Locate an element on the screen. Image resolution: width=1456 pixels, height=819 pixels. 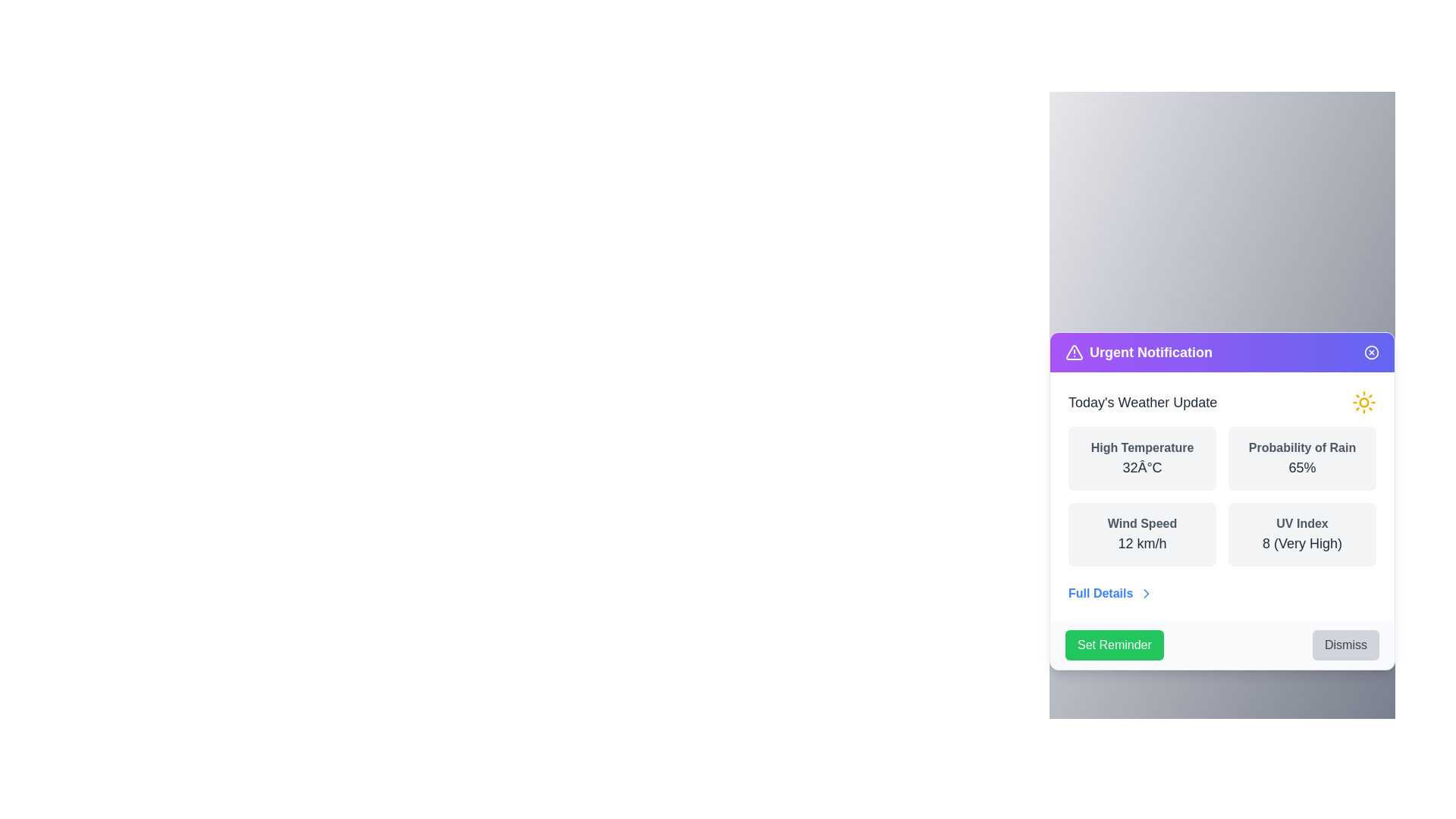
the hyperlinked text element labeled 'Full Details' located at the bottom of the card 'Today's Weather Update' is located at coordinates (1111, 593).